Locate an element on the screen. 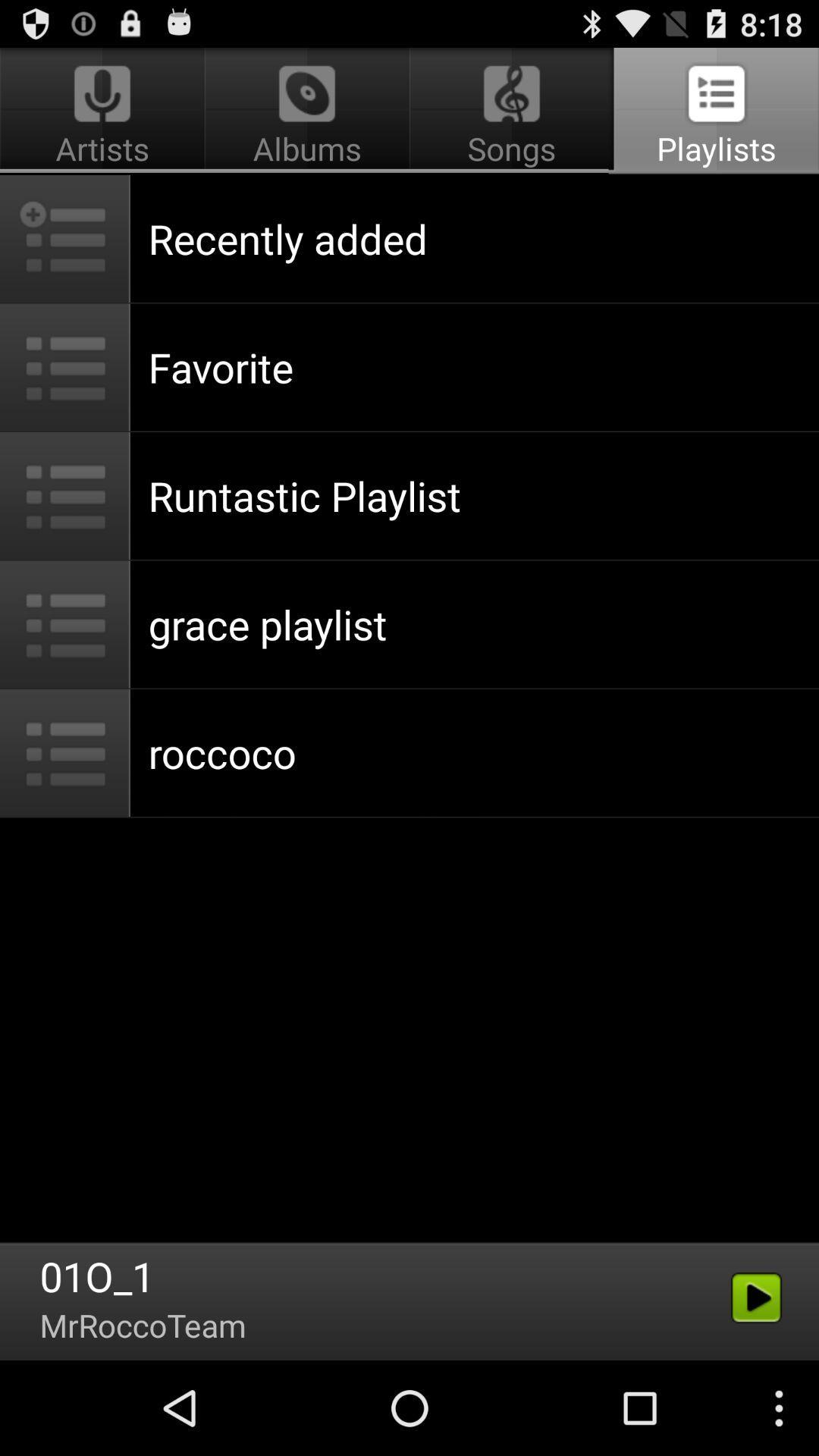  playlists item is located at coordinates (714, 111).